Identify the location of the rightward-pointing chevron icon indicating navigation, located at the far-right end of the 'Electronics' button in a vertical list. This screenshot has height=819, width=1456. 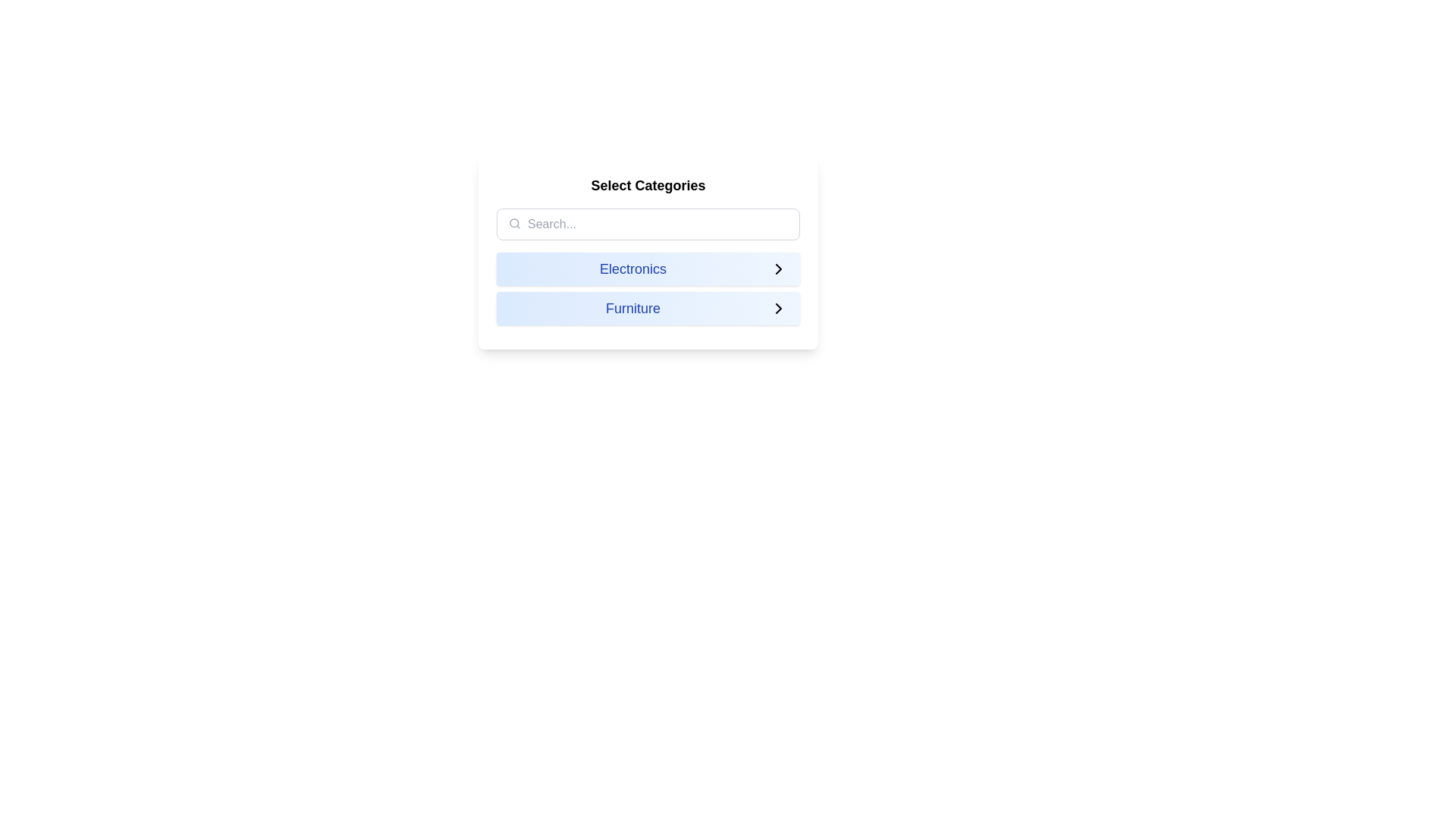
(779, 268).